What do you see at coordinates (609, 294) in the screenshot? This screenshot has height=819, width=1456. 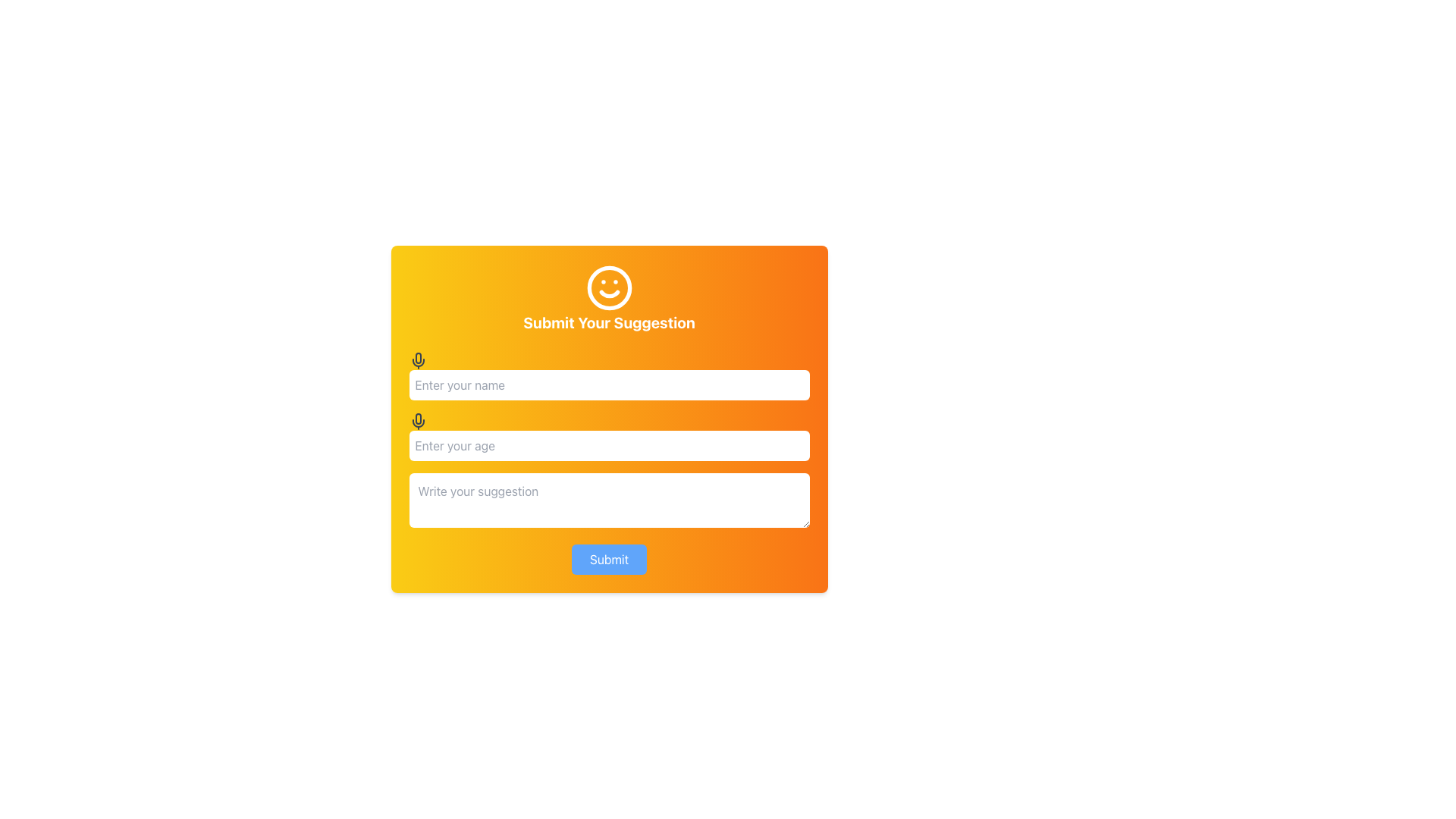 I see `the arc element that forms a smile in the smiling face icon, located at the center-top position of the interface` at bounding box center [609, 294].